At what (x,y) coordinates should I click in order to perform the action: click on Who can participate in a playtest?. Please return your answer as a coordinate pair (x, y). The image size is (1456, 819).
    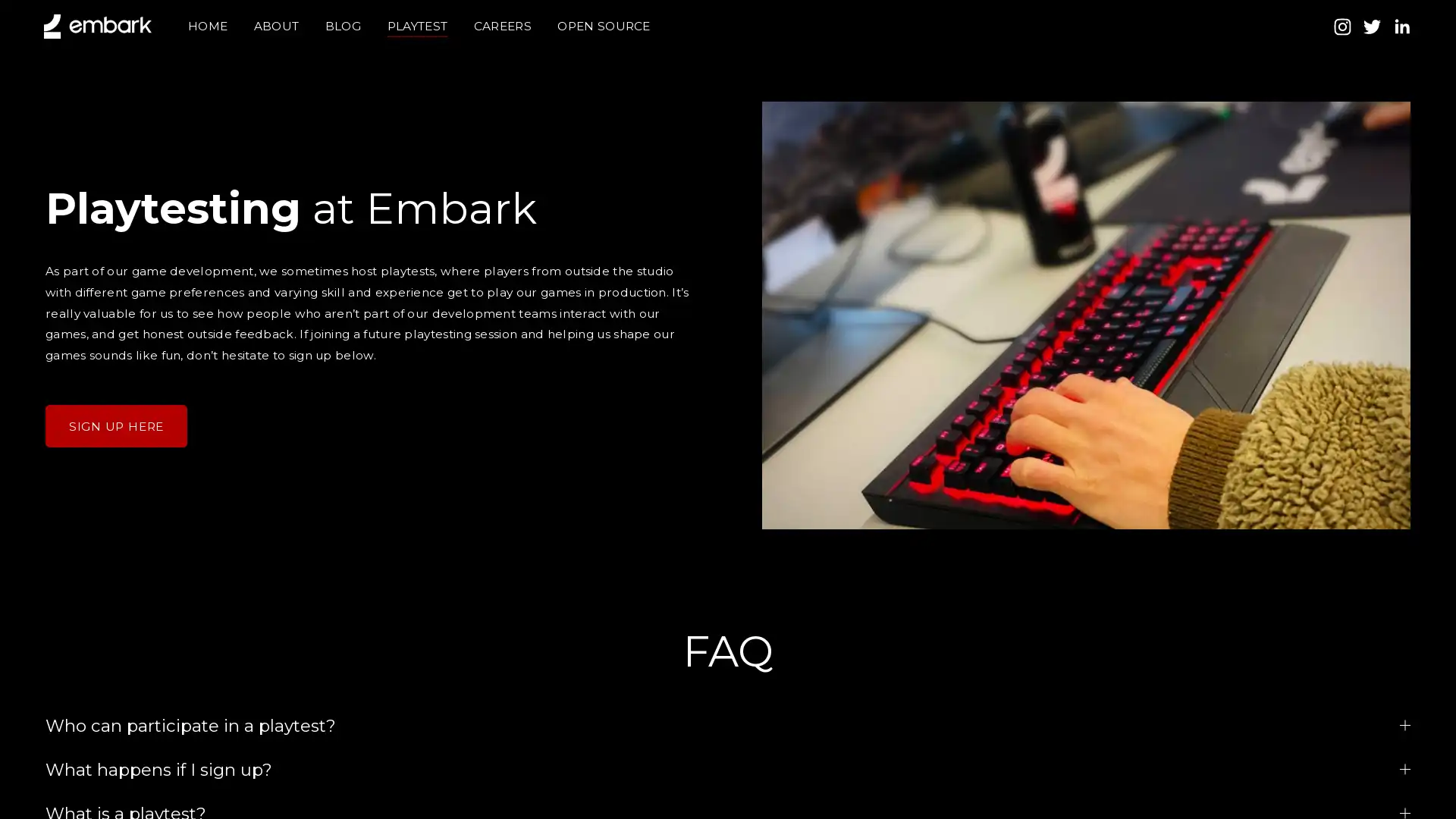
    Looking at the image, I should click on (728, 724).